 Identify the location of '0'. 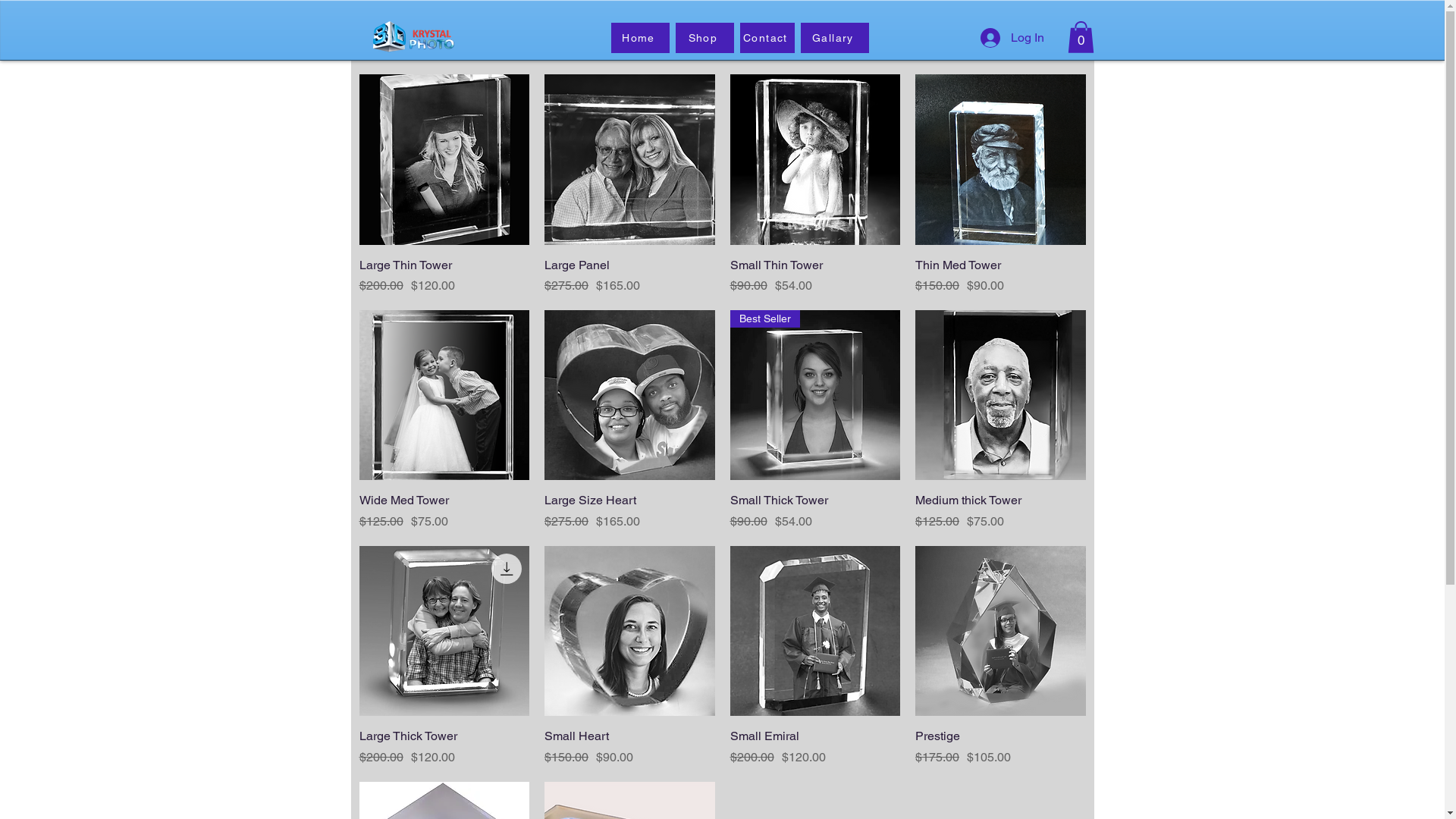
(1080, 36).